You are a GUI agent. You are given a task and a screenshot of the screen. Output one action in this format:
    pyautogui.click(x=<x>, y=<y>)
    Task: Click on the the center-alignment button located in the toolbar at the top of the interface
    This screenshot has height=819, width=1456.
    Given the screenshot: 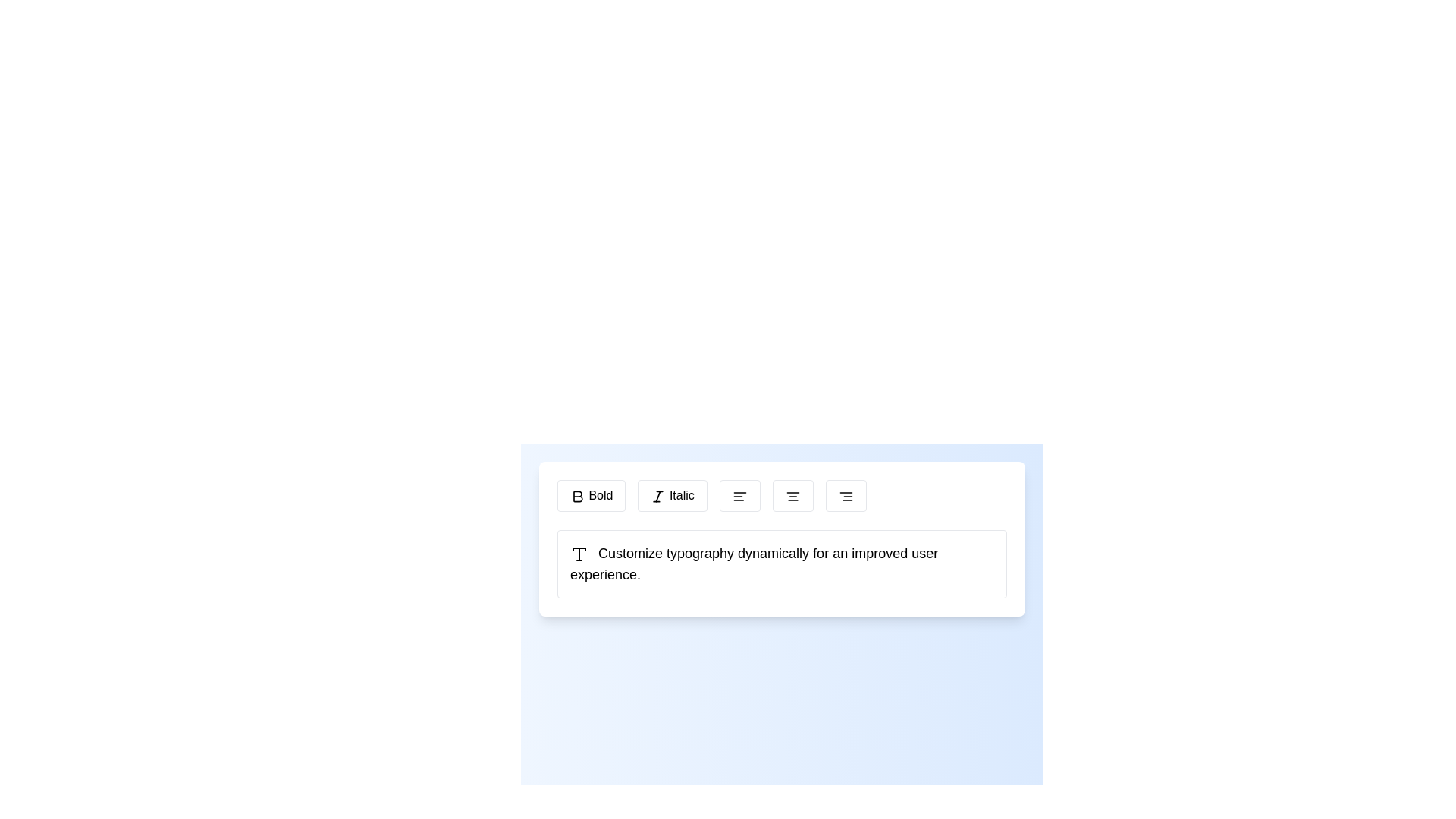 What is the action you would take?
    pyautogui.click(x=792, y=496)
    